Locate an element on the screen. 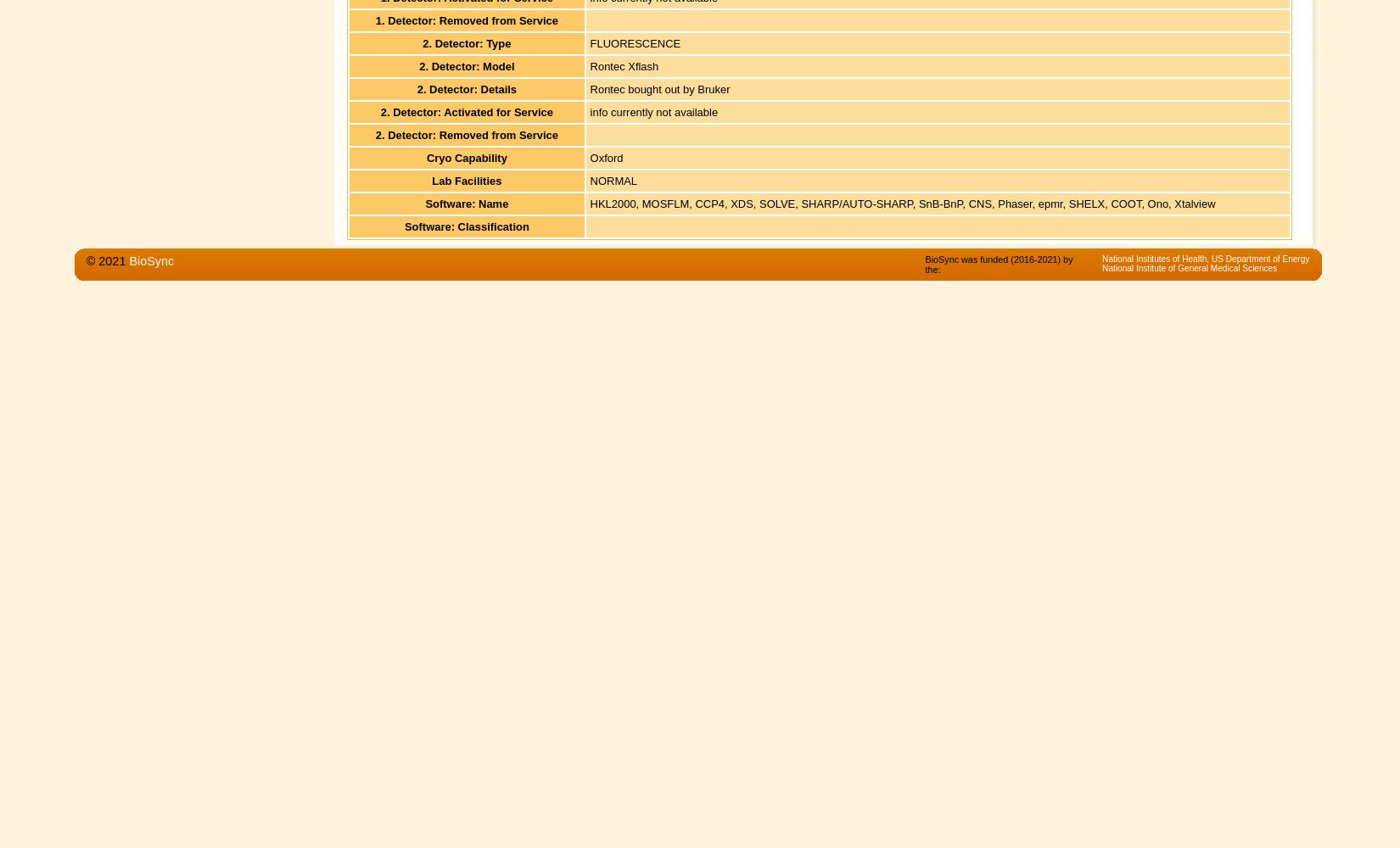 Image resolution: width=1400 pixels, height=848 pixels. 'BioSync' is located at coordinates (151, 260).